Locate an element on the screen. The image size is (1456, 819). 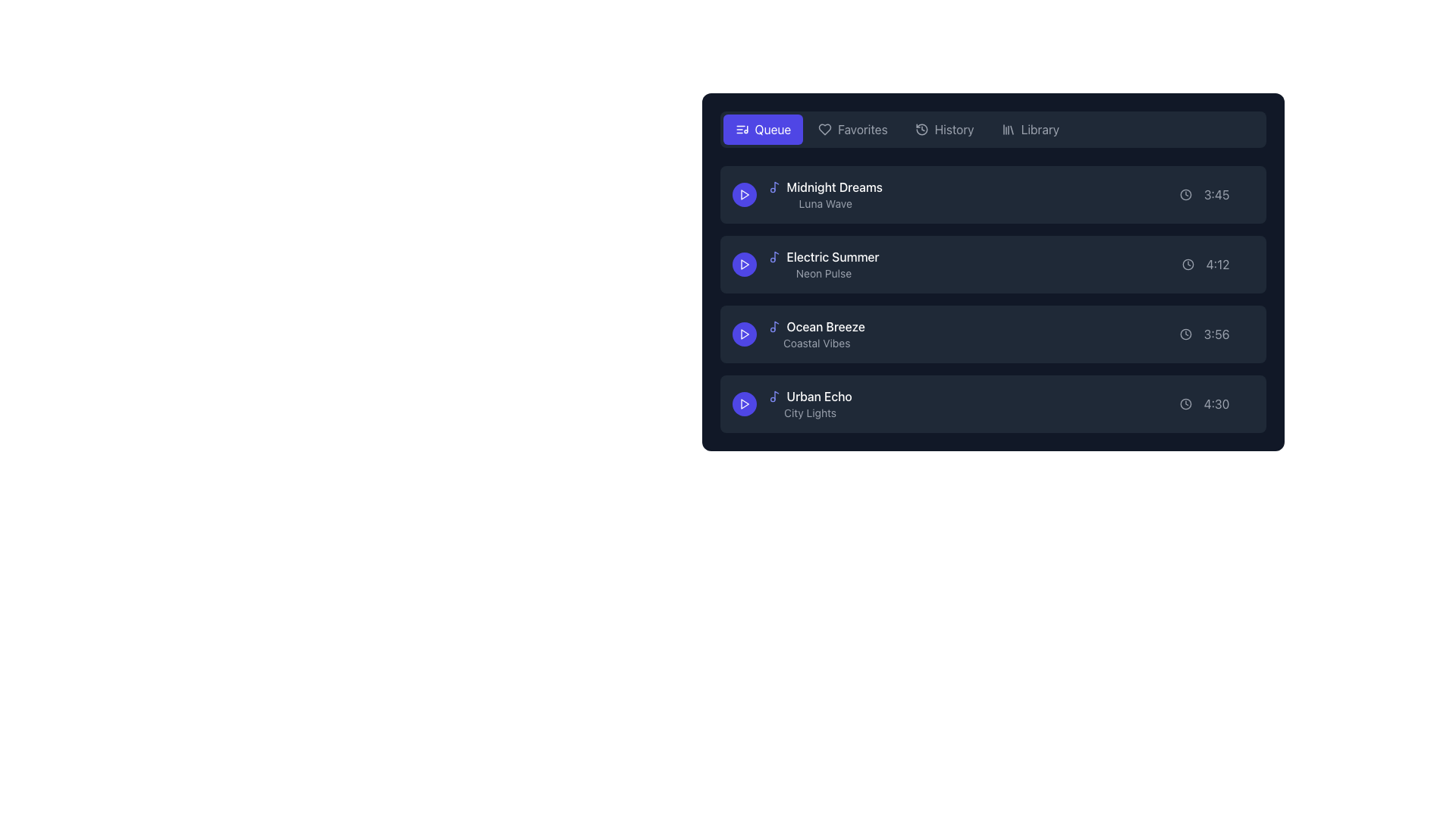
the title label of the first music track, which is located to the right of the music note icon and above the smaller text 'Luna Wave' is located at coordinates (833, 186).